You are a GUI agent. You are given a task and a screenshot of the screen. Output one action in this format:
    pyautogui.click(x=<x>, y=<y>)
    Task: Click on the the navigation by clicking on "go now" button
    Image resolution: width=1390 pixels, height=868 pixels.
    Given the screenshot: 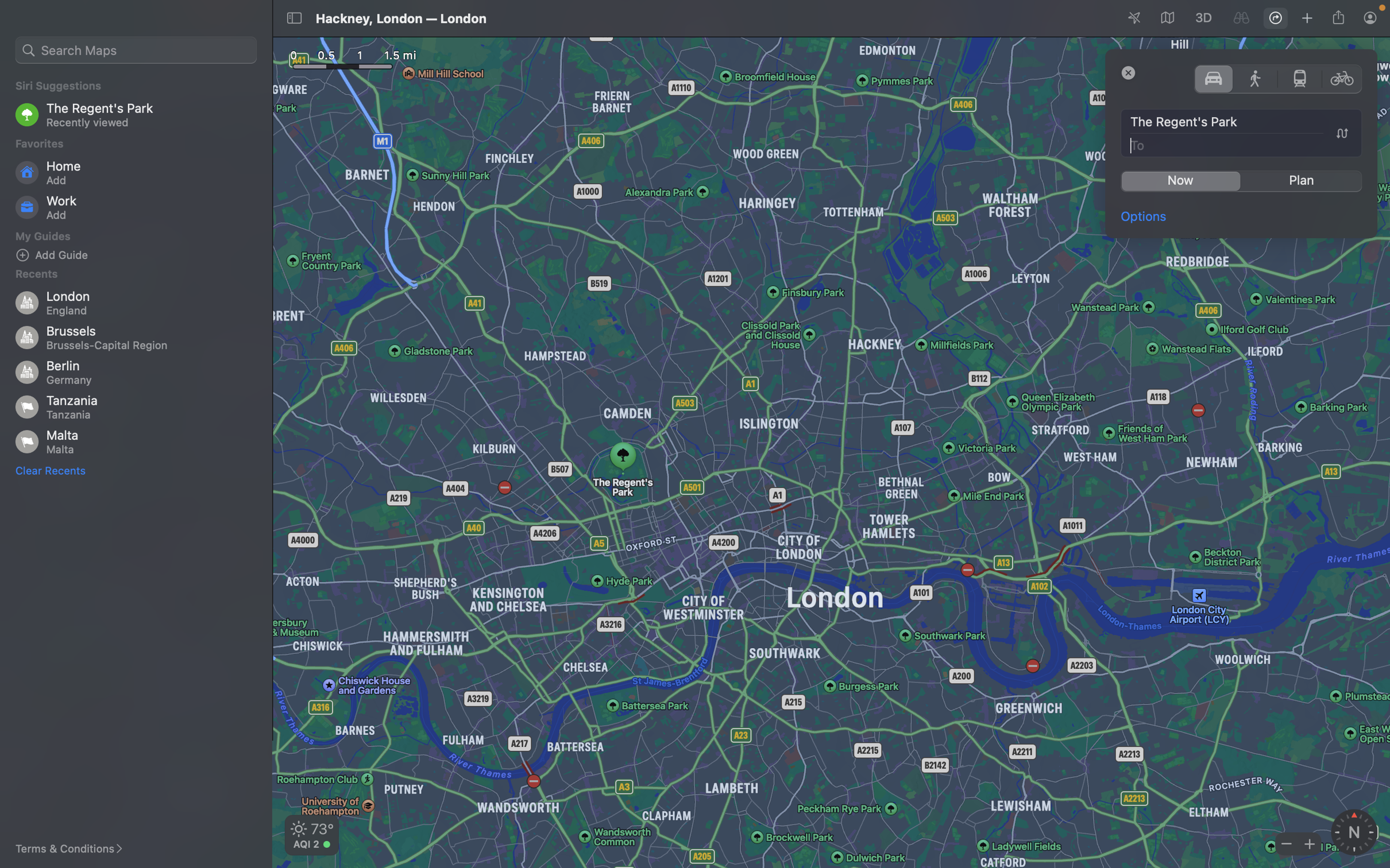 What is the action you would take?
    pyautogui.click(x=1180, y=181)
    